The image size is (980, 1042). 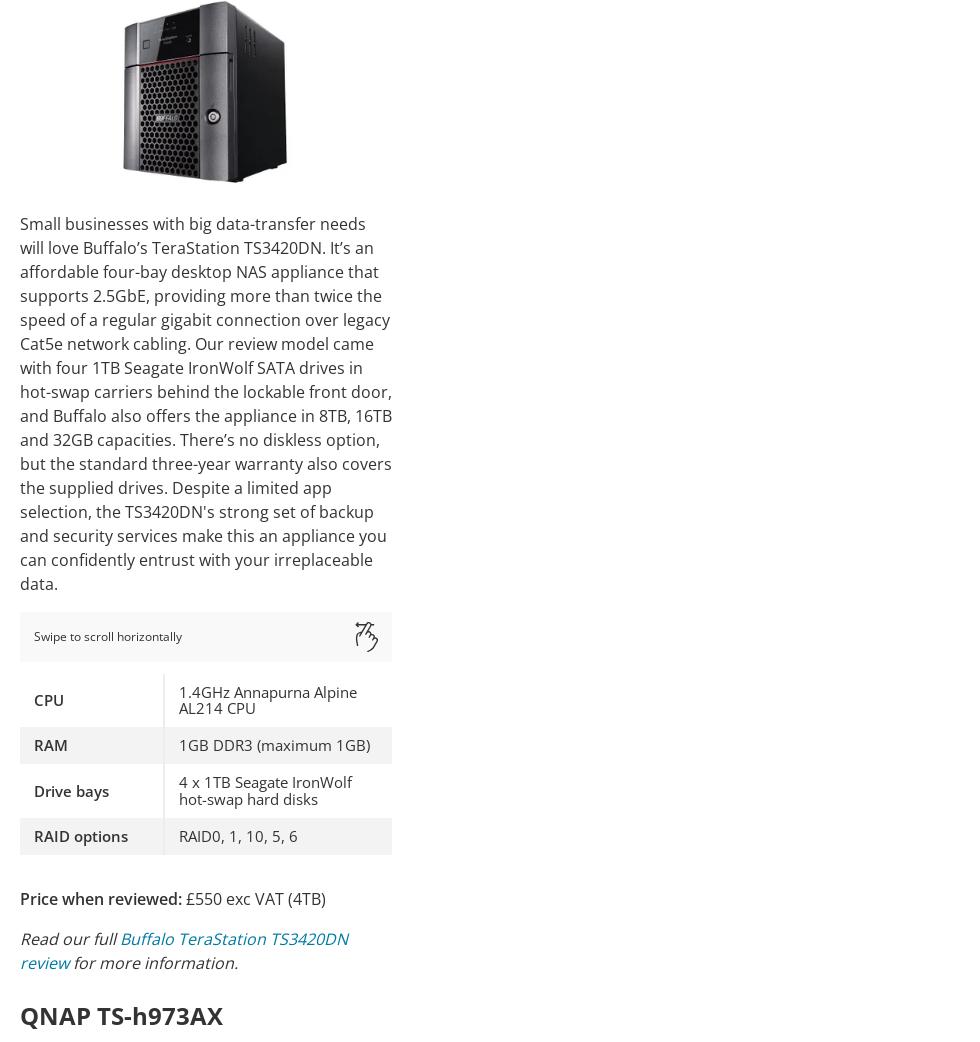 I want to click on 'QNAP TS-h973AX', so click(x=121, y=1014).